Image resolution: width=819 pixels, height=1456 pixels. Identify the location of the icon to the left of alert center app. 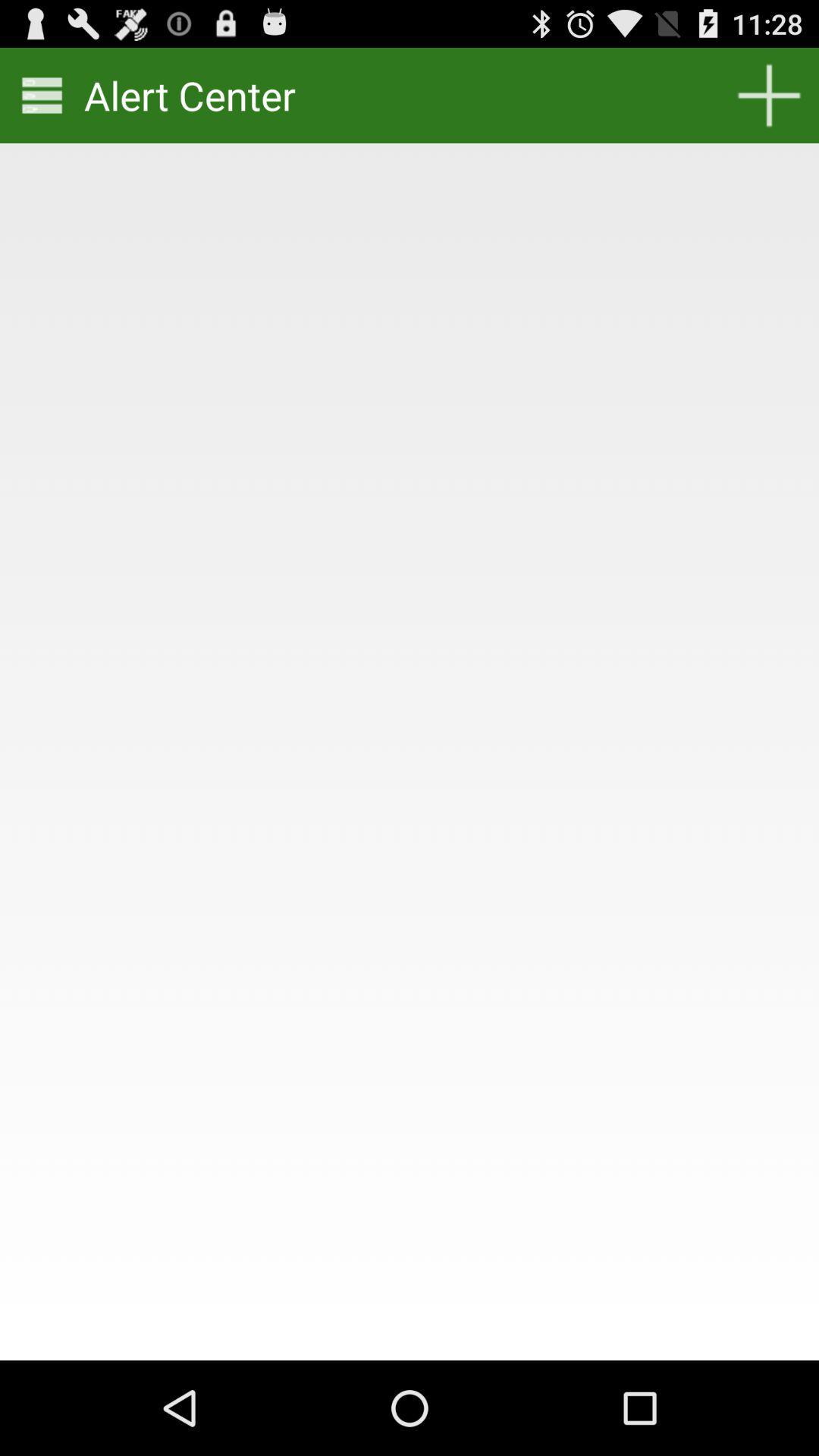
(41, 94).